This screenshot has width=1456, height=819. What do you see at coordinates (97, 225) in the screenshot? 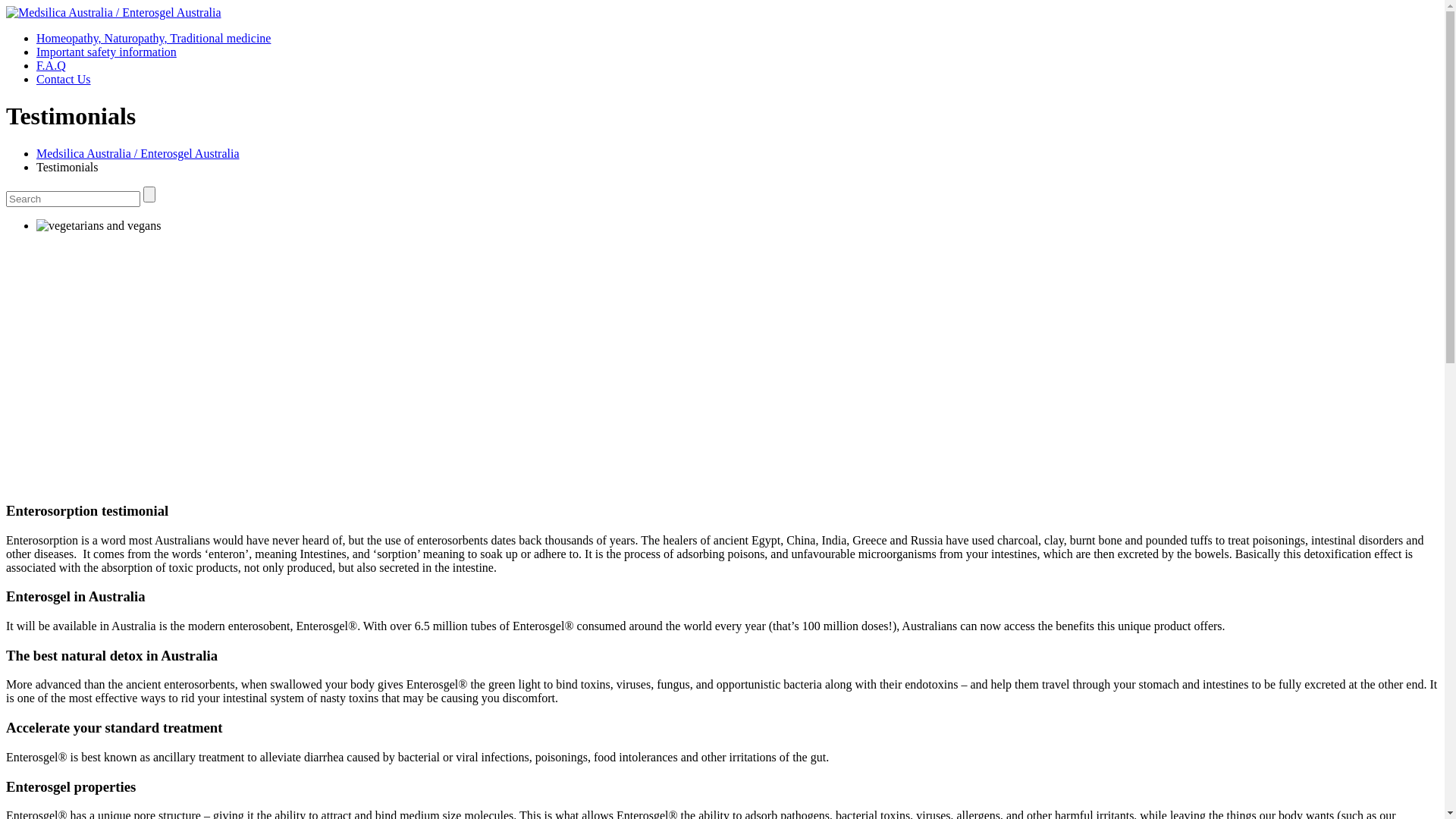
I see `'Enterosgel sugar free'` at bounding box center [97, 225].